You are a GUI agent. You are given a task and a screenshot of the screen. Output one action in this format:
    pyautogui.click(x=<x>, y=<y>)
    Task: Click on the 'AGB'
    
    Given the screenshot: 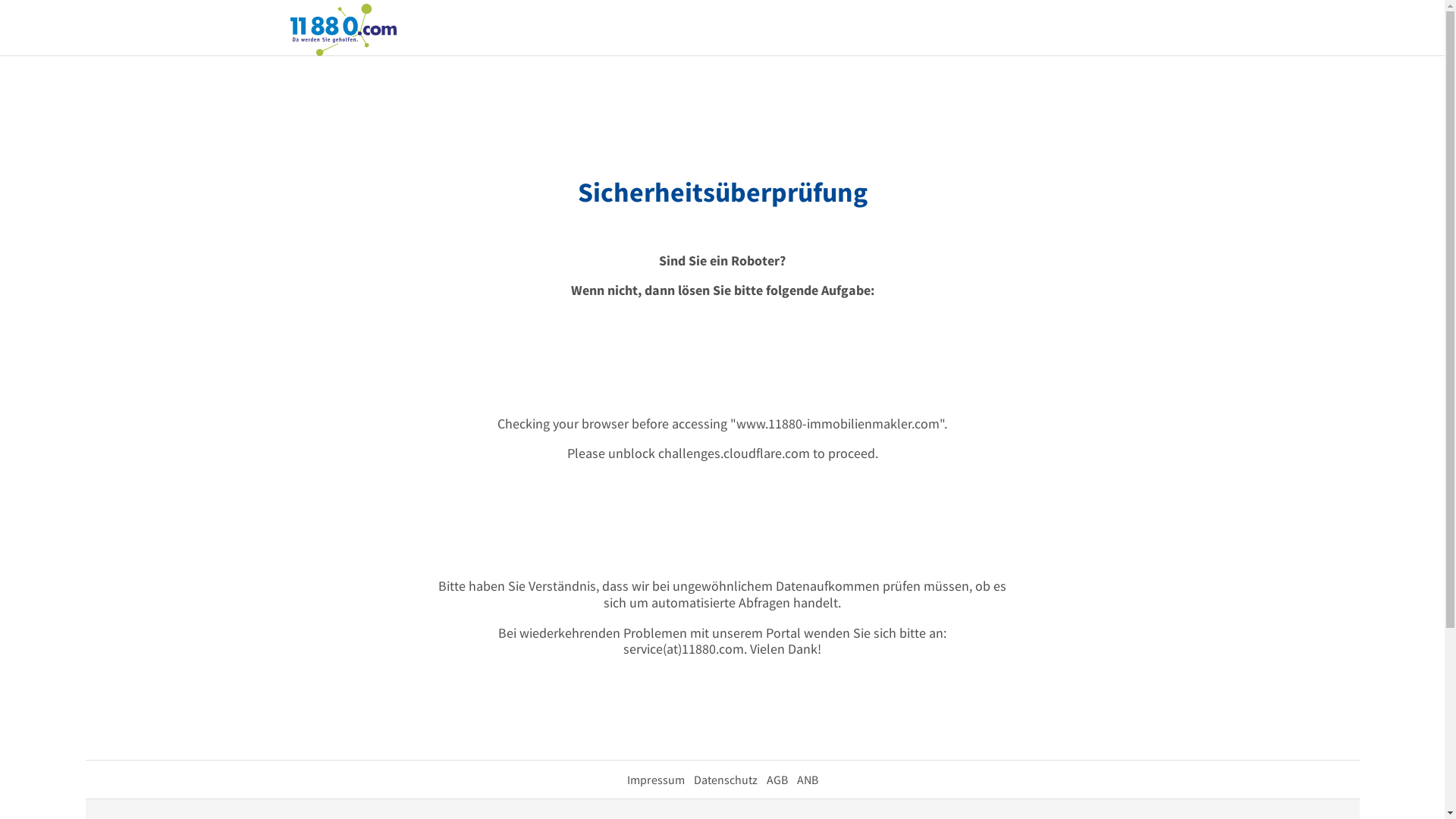 What is the action you would take?
    pyautogui.click(x=776, y=780)
    